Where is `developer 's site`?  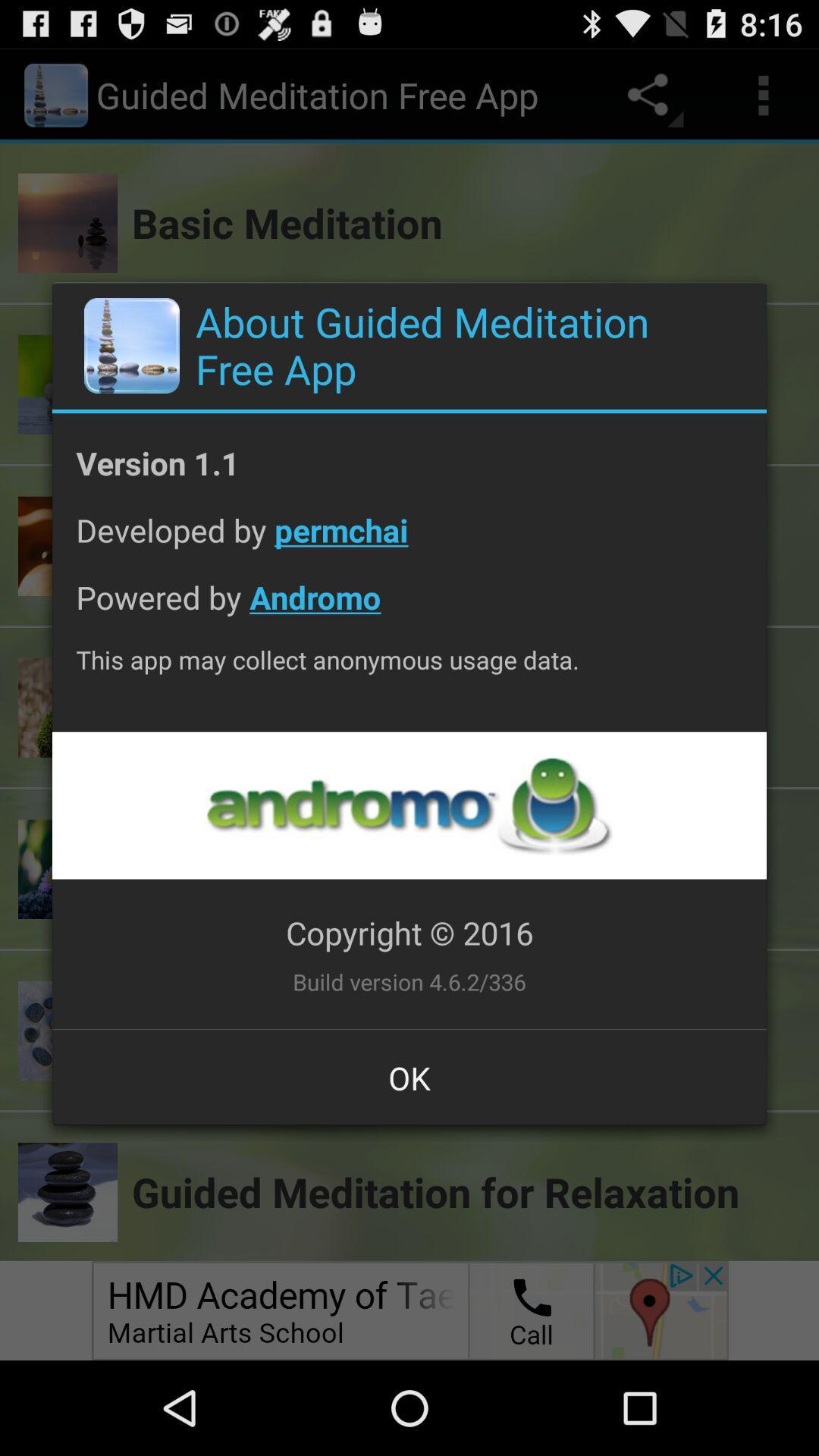
developer 's site is located at coordinates (408, 805).